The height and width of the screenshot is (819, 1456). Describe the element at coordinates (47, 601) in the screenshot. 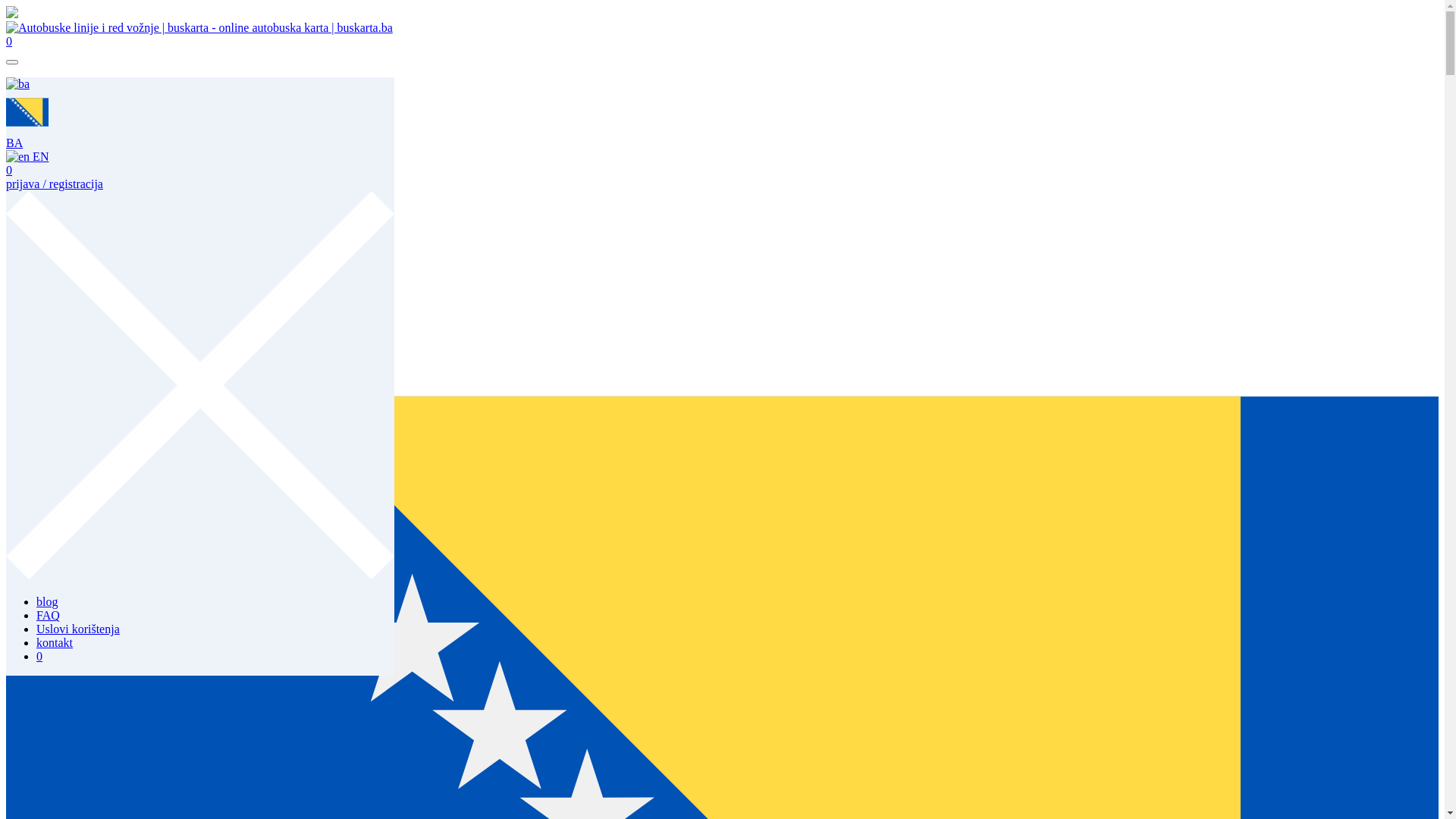

I see `'blog'` at that location.